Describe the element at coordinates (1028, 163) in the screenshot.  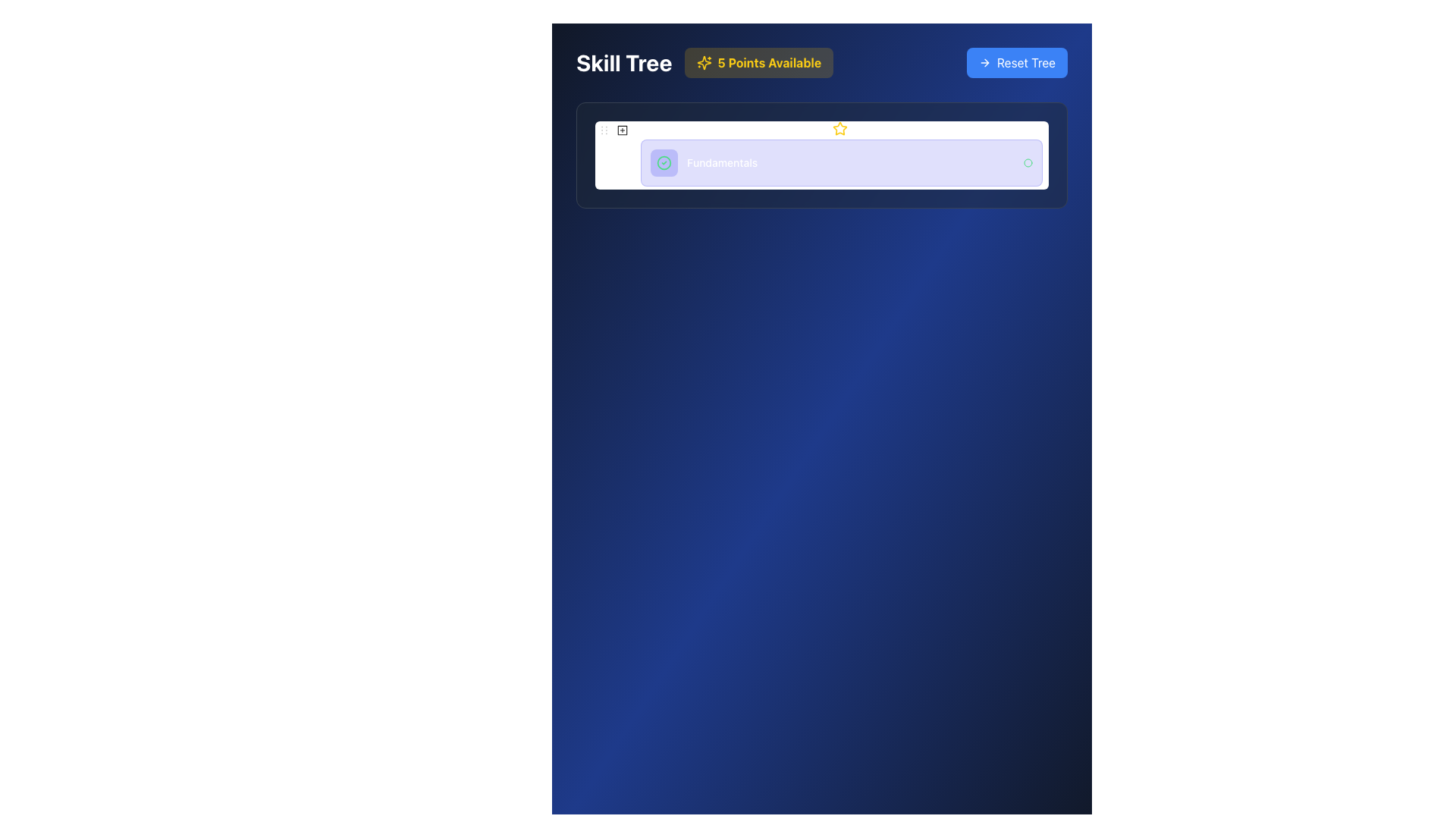
I see `the small circular icon with a green outline located at the far right side of the box labeled 'Fundamentals.'` at that location.